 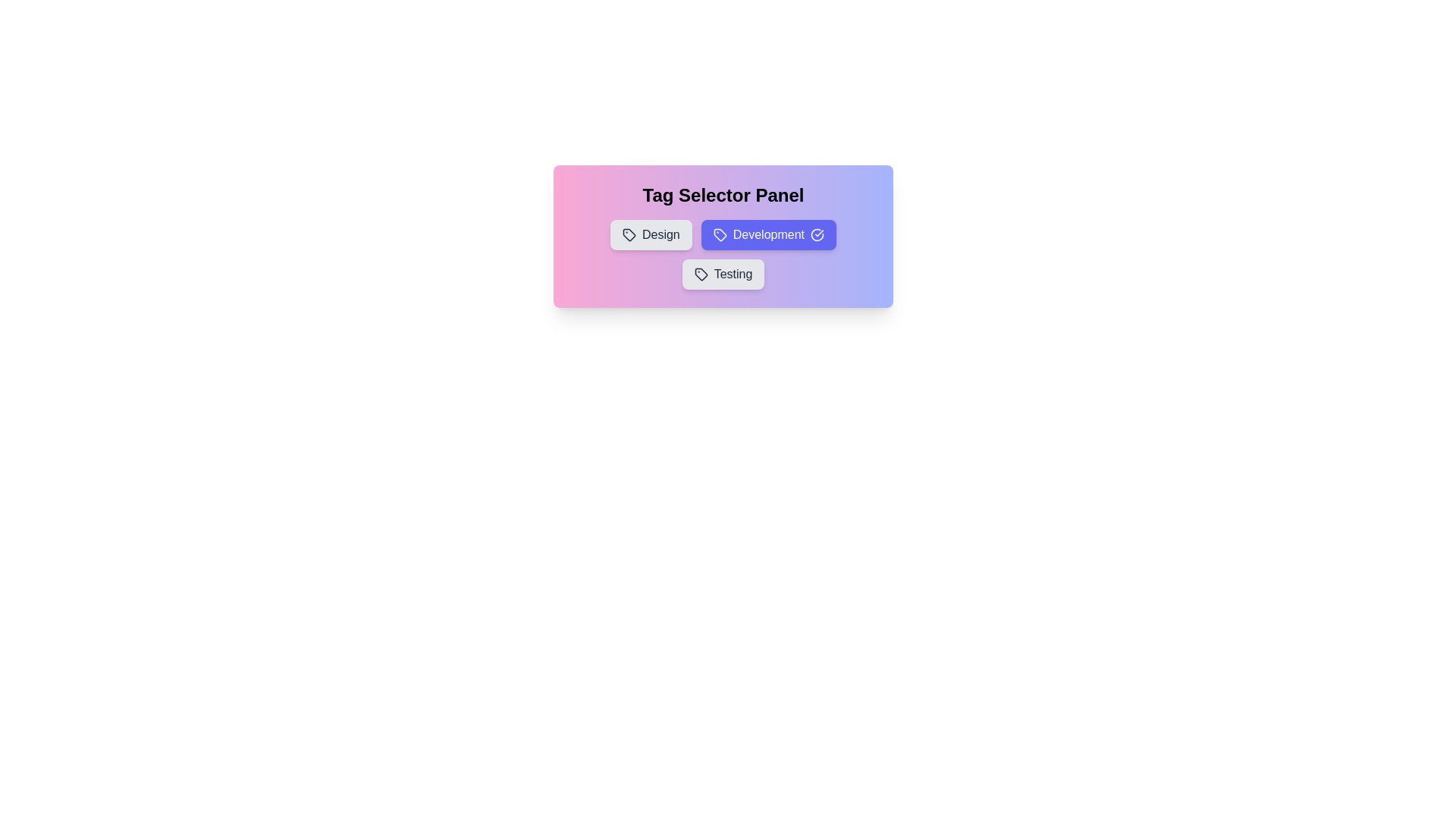 I want to click on the tag labeled Testing, so click(x=723, y=275).